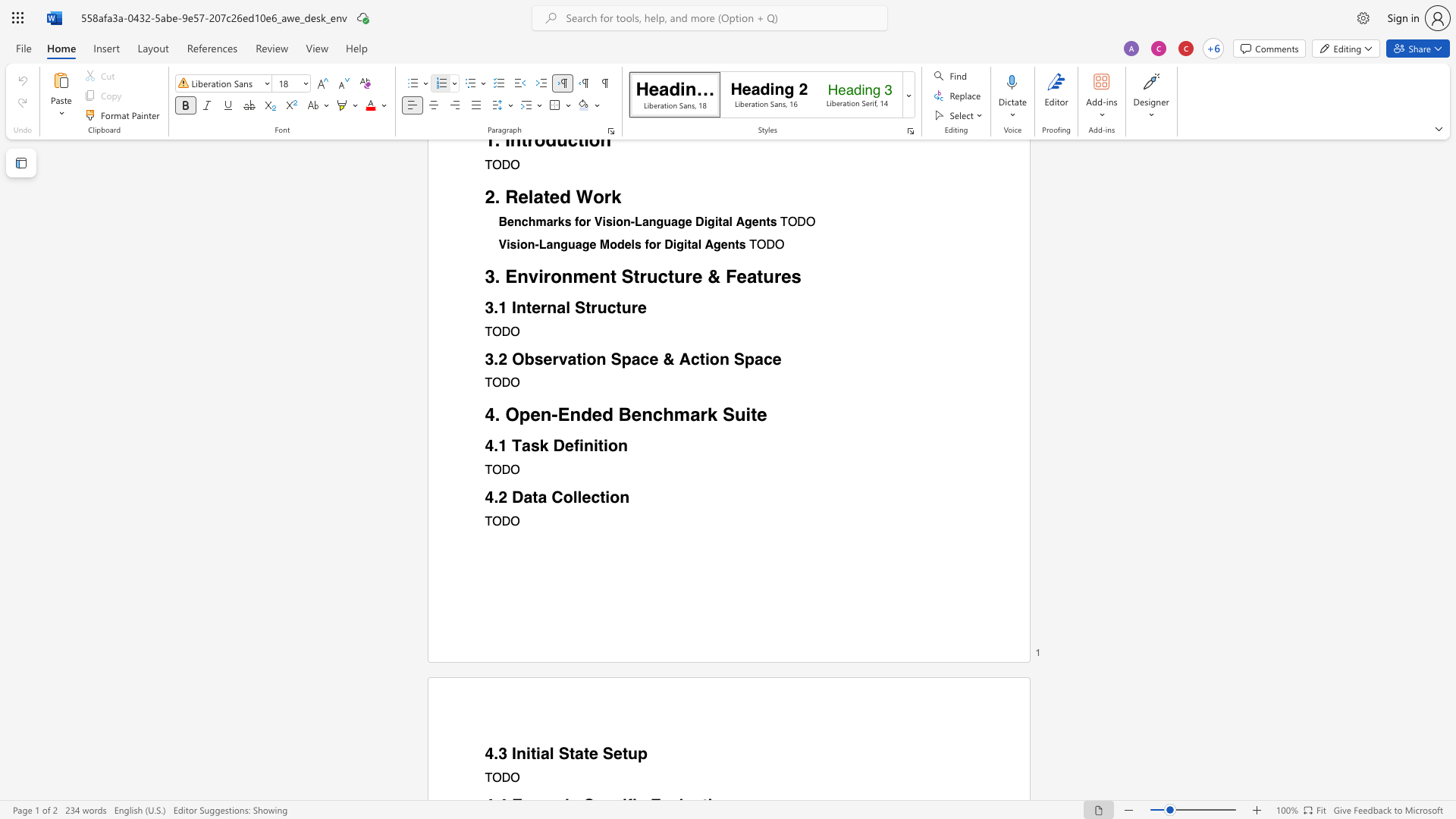  I want to click on the 1th character "C" in the text, so click(556, 497).